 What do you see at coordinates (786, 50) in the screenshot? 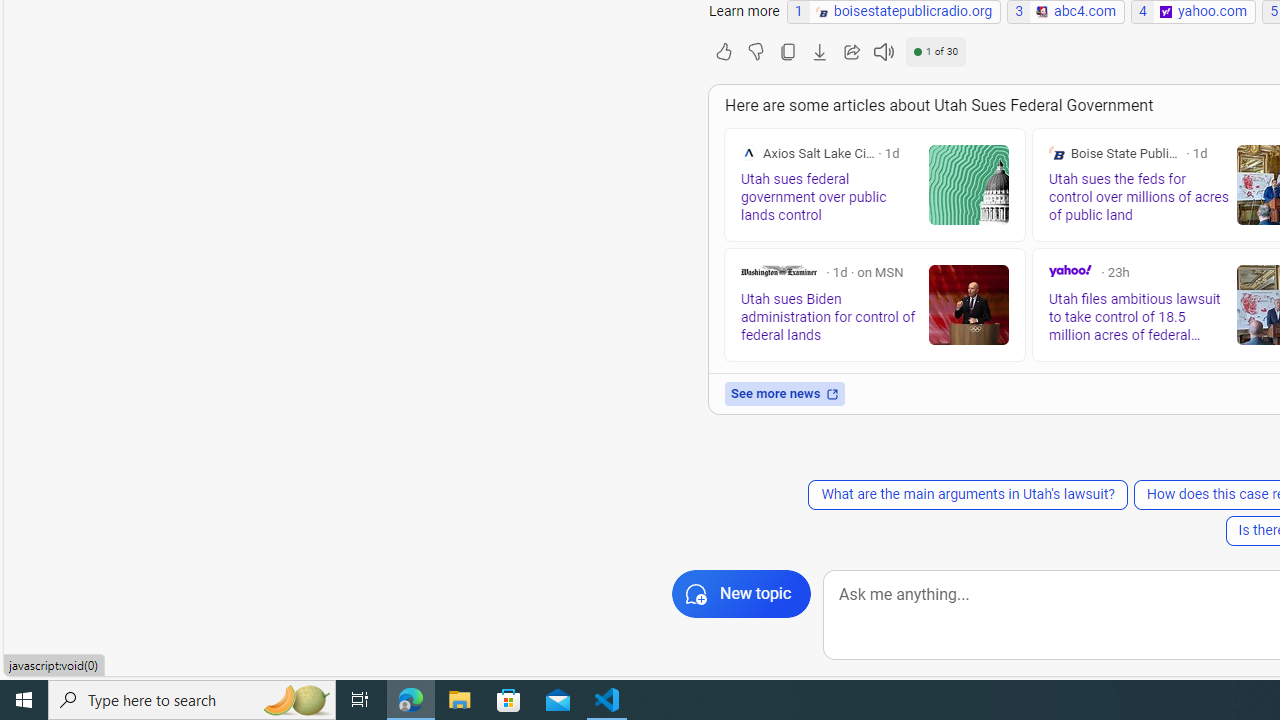
I see `'Copy'` at bounding box center [786, 50].